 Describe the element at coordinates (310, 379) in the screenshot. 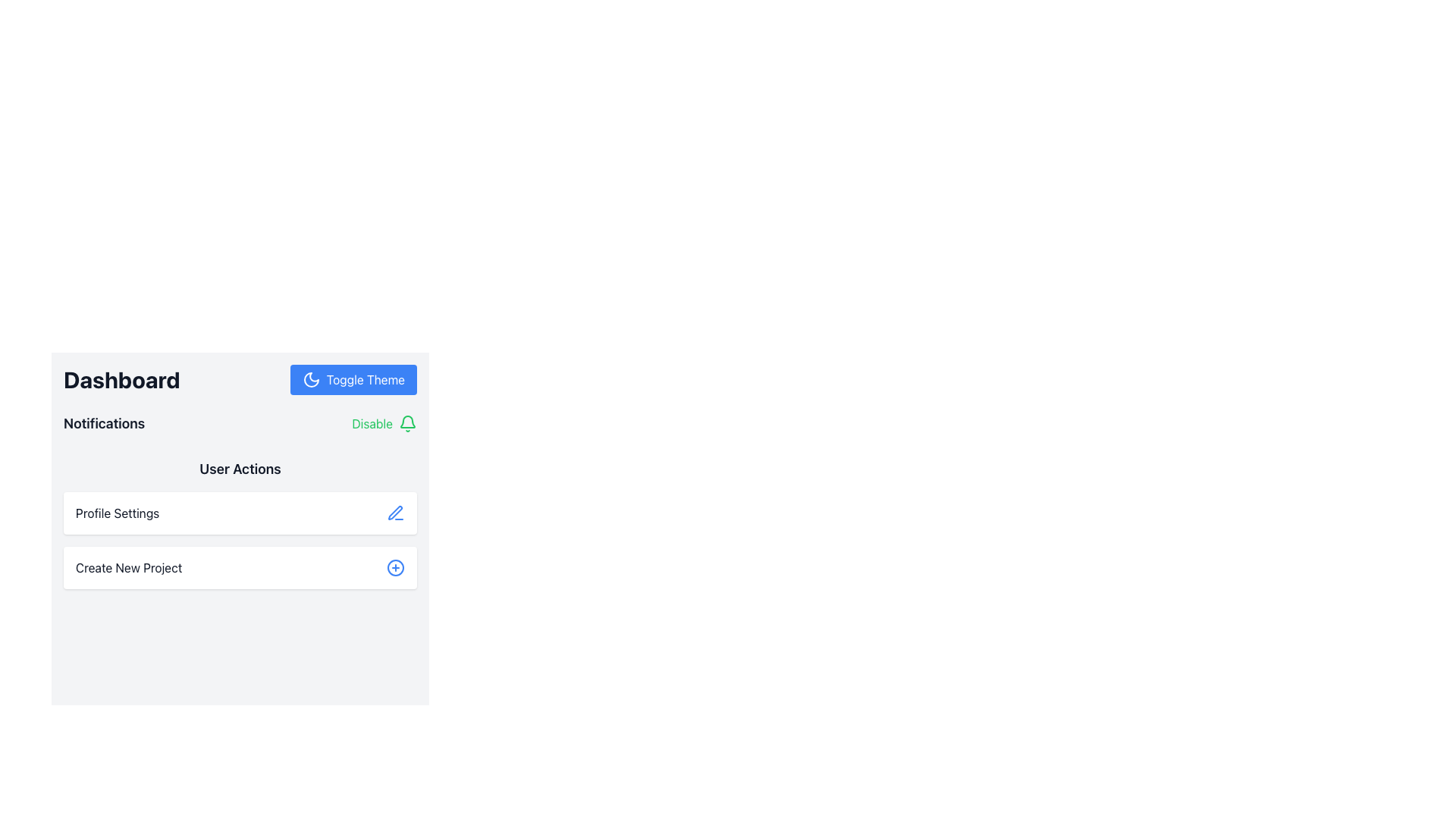

I see `the crescent moon icon within the 'Toggle Theme' button located at the top-right corner of the 'Dashboard' section` at that location.